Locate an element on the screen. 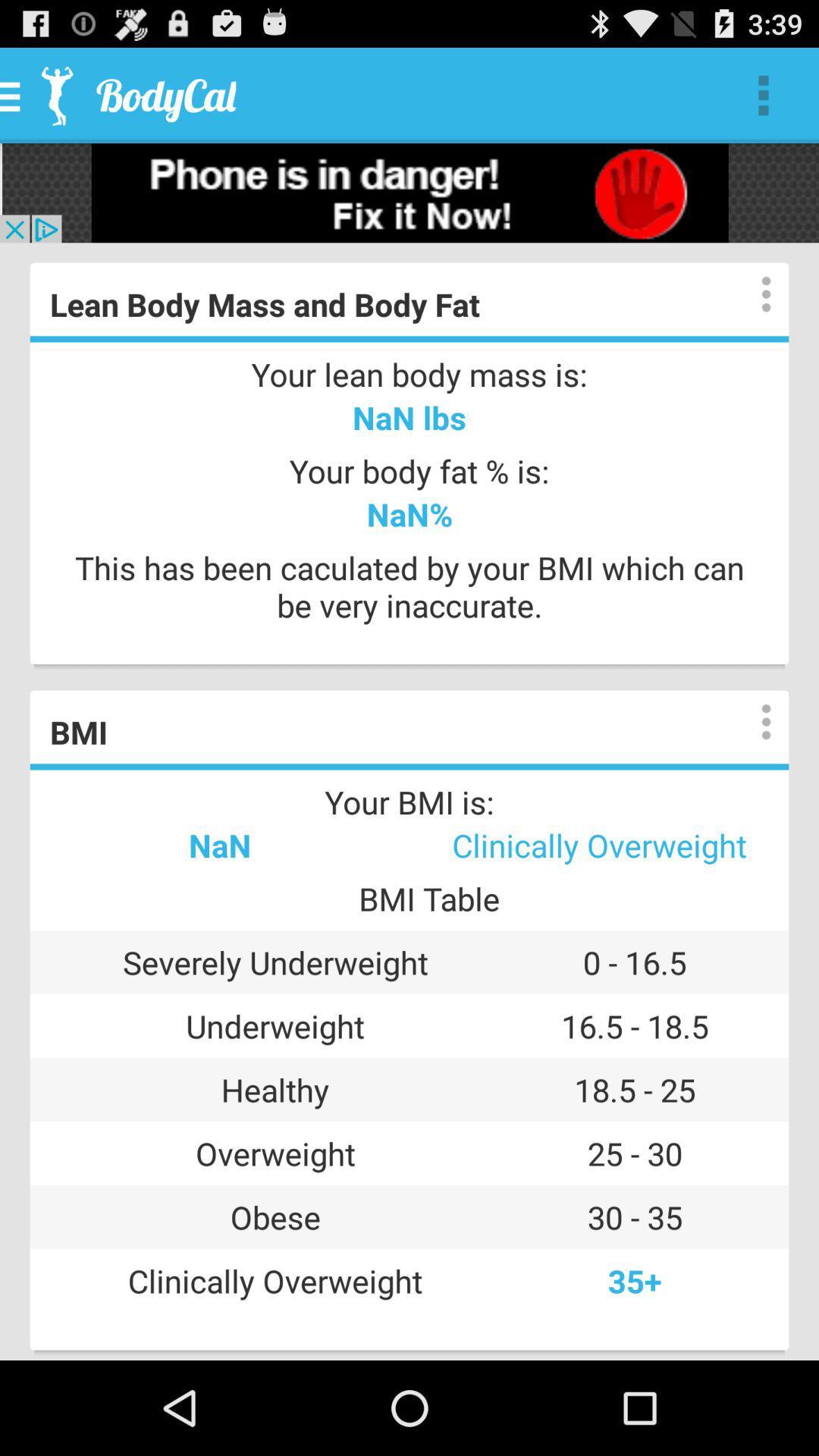  show options is located at coordinates (751, 294).